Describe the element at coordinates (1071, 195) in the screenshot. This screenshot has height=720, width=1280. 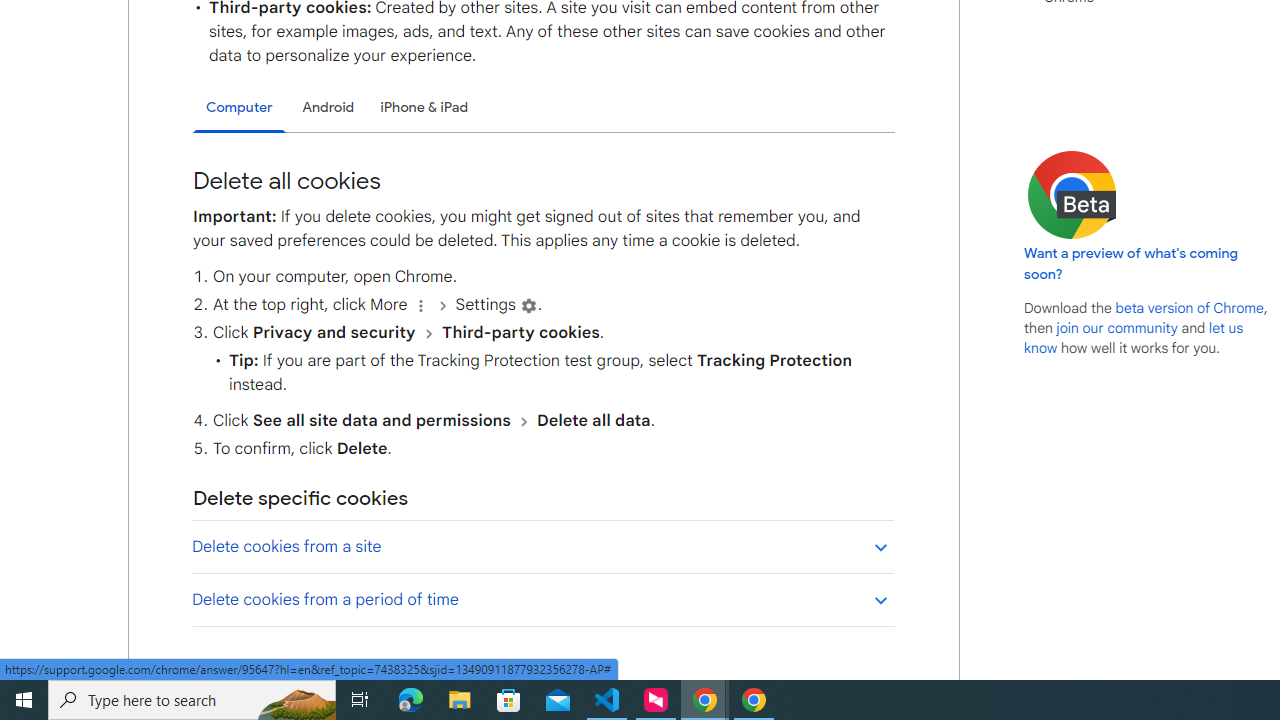
I see `'Chrome Beta logo'` at that location.